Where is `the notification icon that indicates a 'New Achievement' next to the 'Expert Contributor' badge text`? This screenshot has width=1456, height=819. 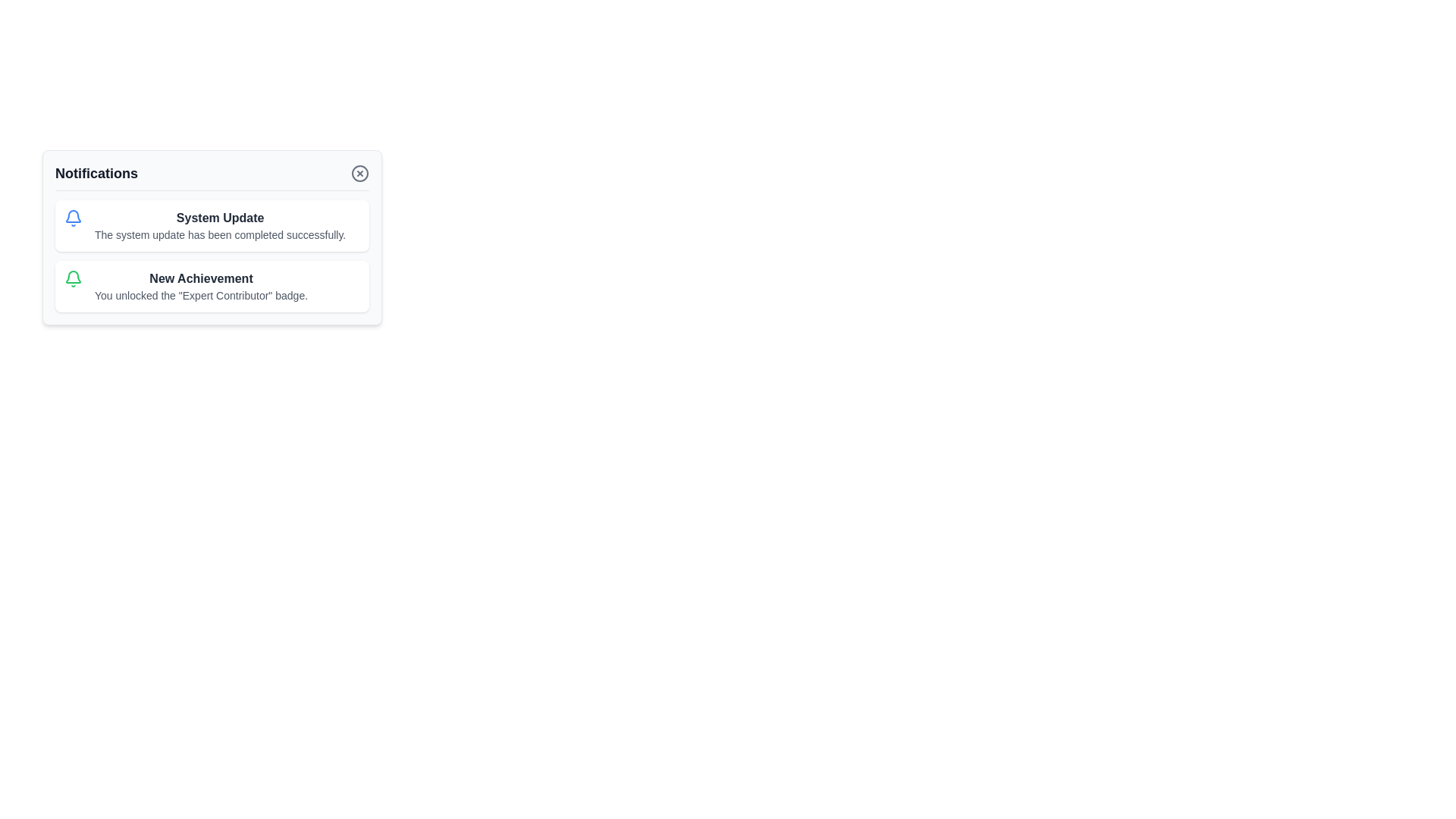 the notification icon that indicates a 'New Achievement' next to the 'Expert Contributor' badge text is located at coordinates (72, 278).